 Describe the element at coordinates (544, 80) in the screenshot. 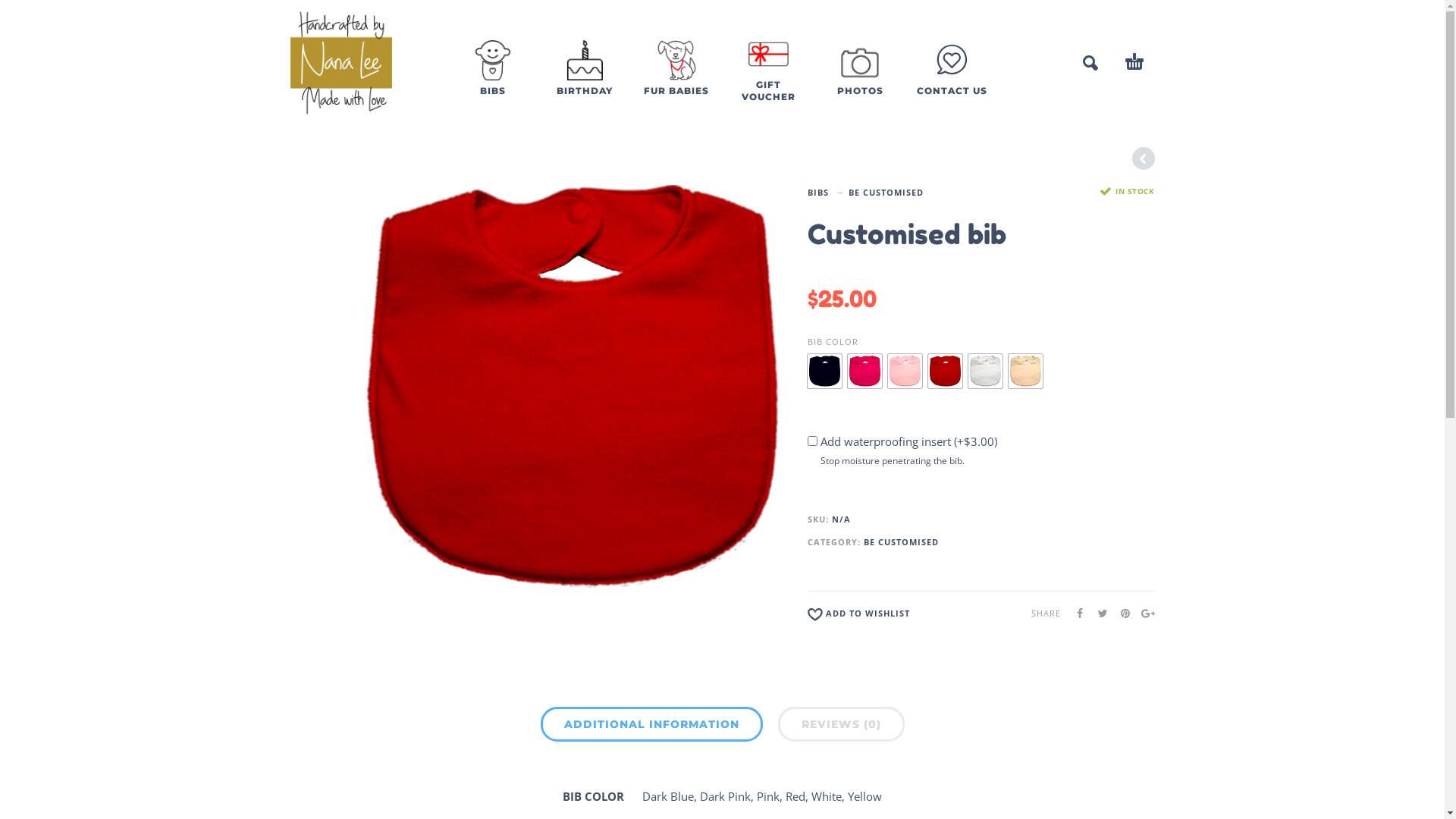

I see `'BIRTHDAY'` at that location.